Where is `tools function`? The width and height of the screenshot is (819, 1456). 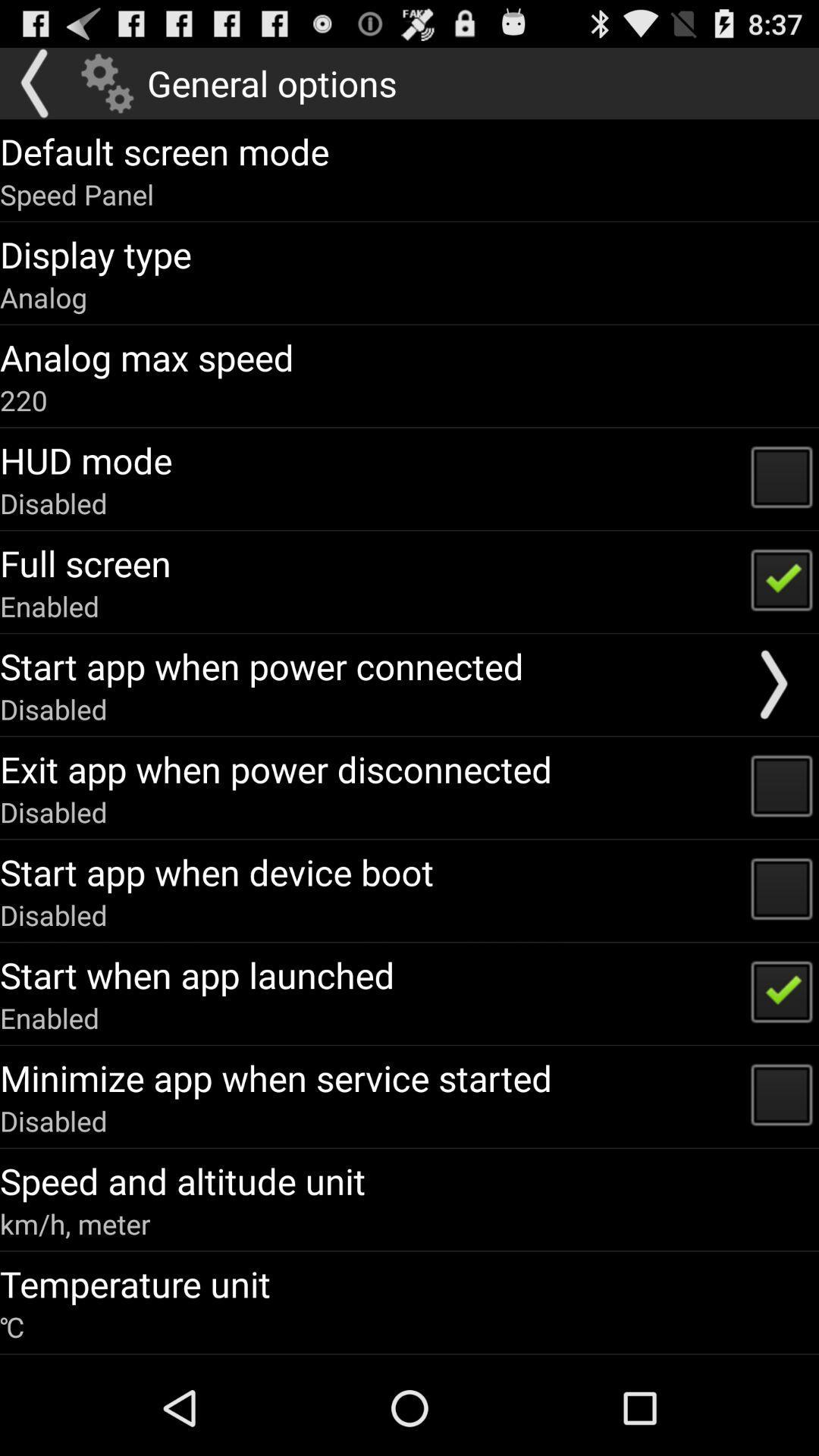 tools function is located at coordinates (106, 83).